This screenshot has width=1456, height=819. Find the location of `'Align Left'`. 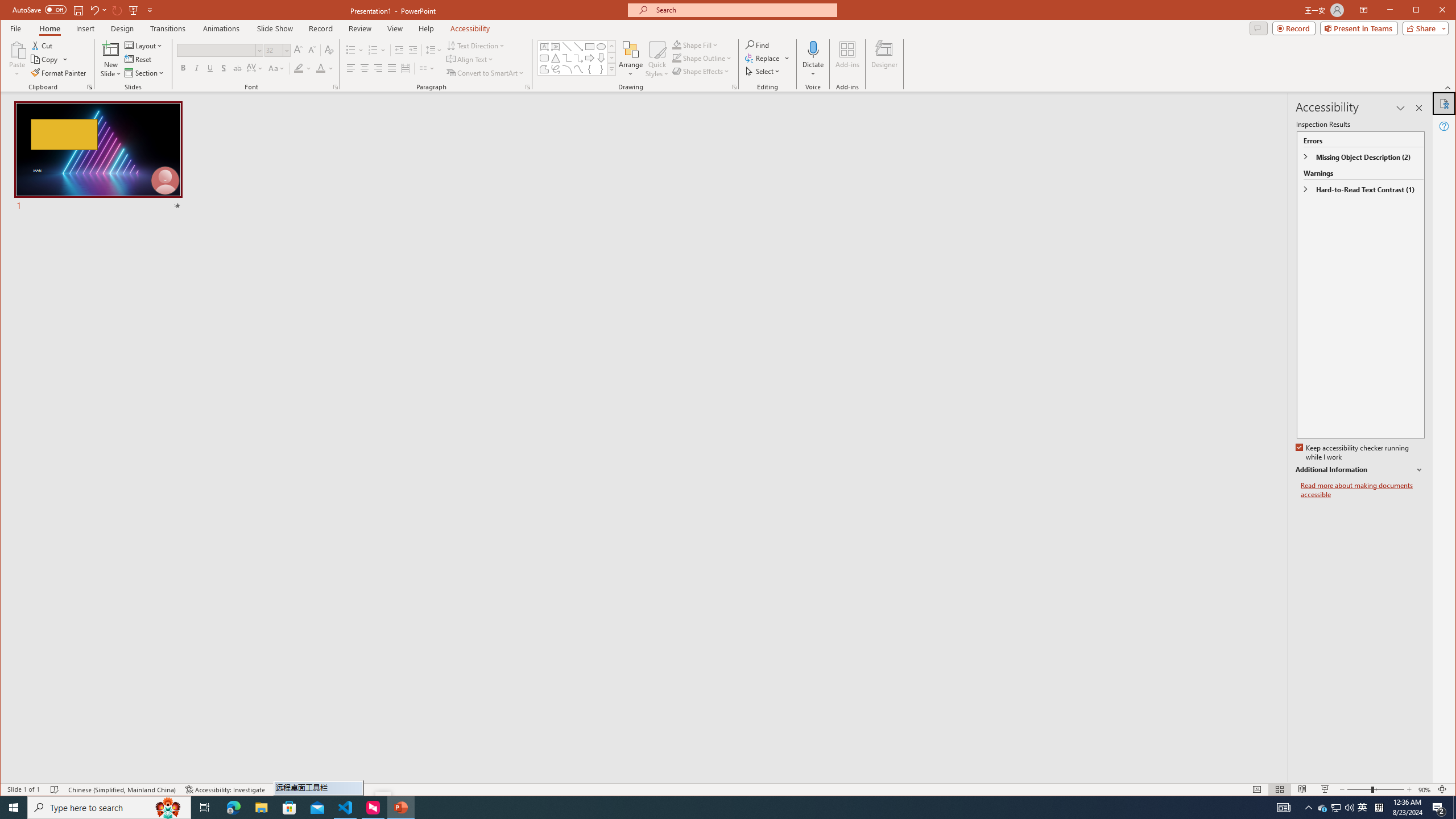

'Align Left' is located at coordinates (350, 68).